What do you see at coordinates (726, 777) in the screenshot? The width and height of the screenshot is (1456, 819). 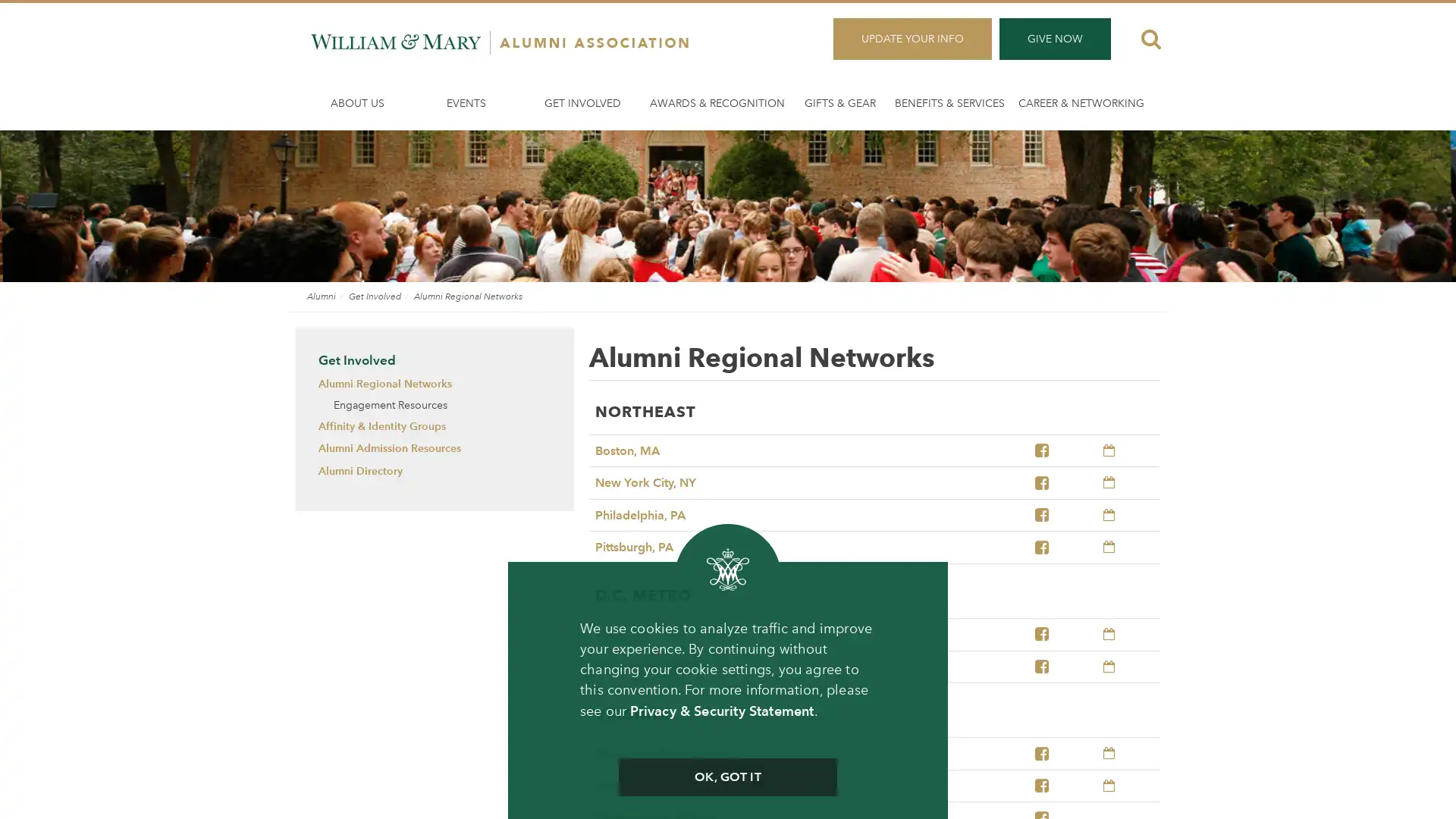 I see `OK, GOT IT` at bounding box center [726, 777].